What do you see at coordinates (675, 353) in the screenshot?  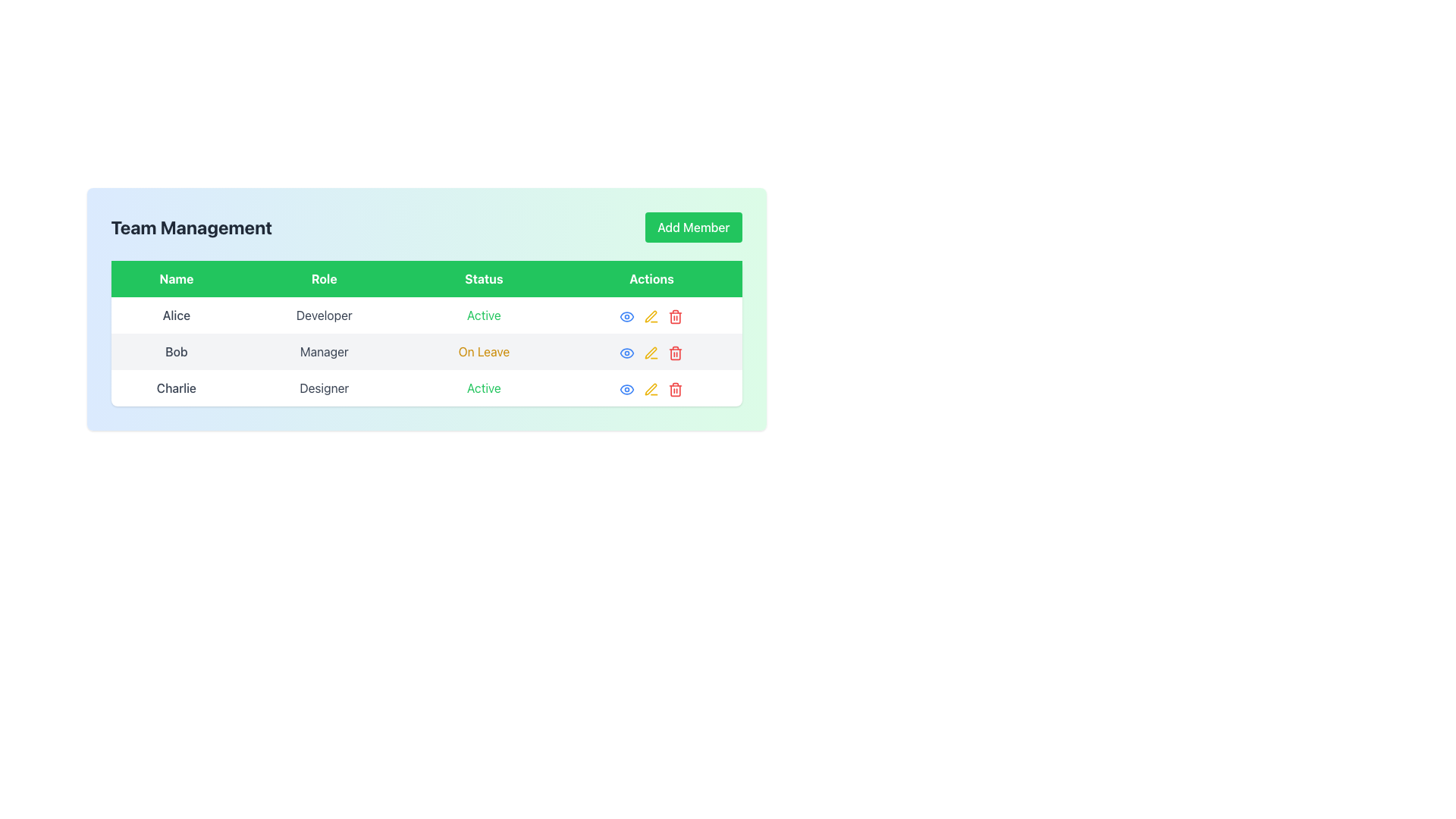 I see `the delete icon button located in the Actions column of the second row in the Team Management table` at bounding box center [675, 353].